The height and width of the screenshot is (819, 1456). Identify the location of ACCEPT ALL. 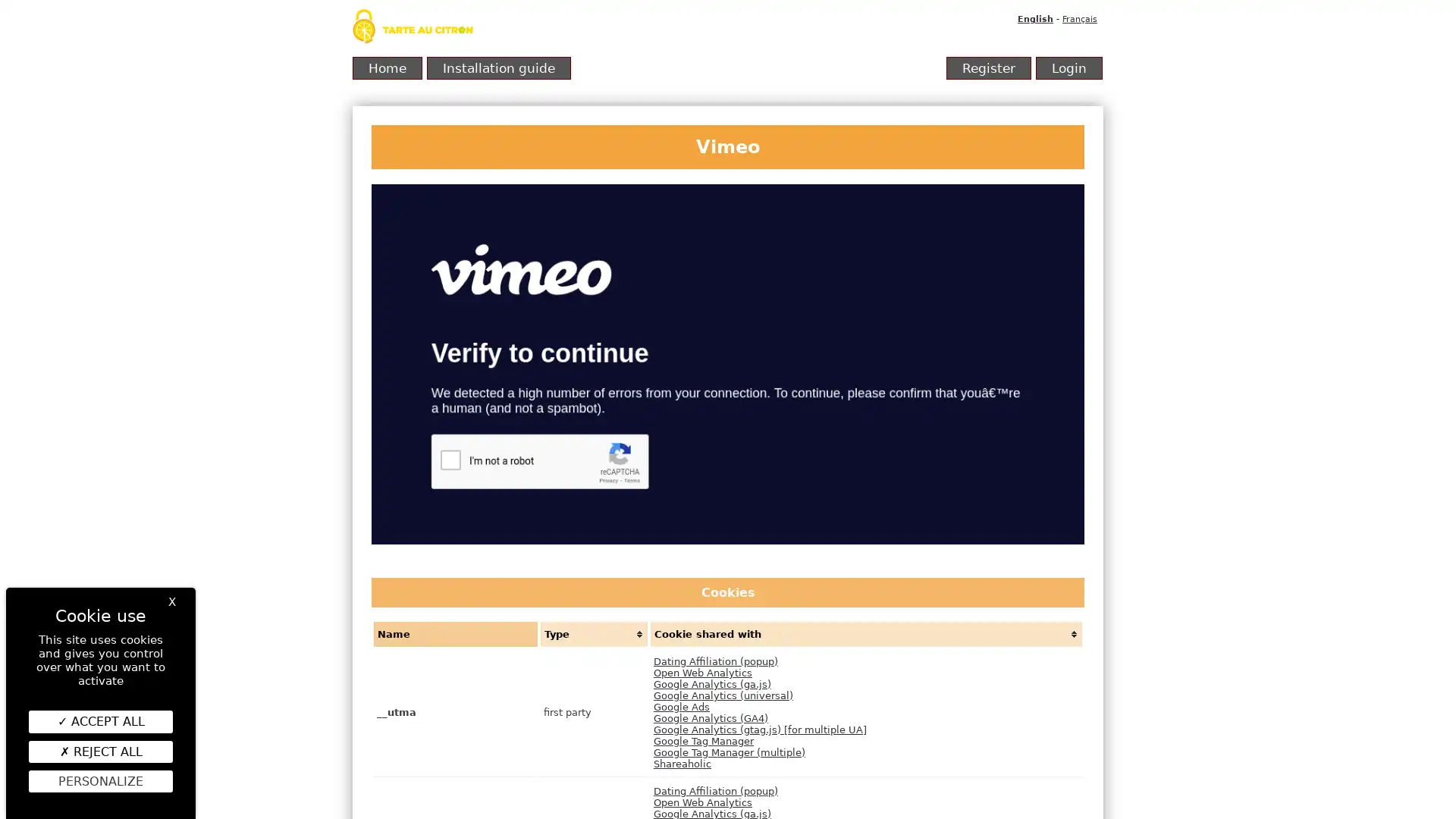
(100, 720).